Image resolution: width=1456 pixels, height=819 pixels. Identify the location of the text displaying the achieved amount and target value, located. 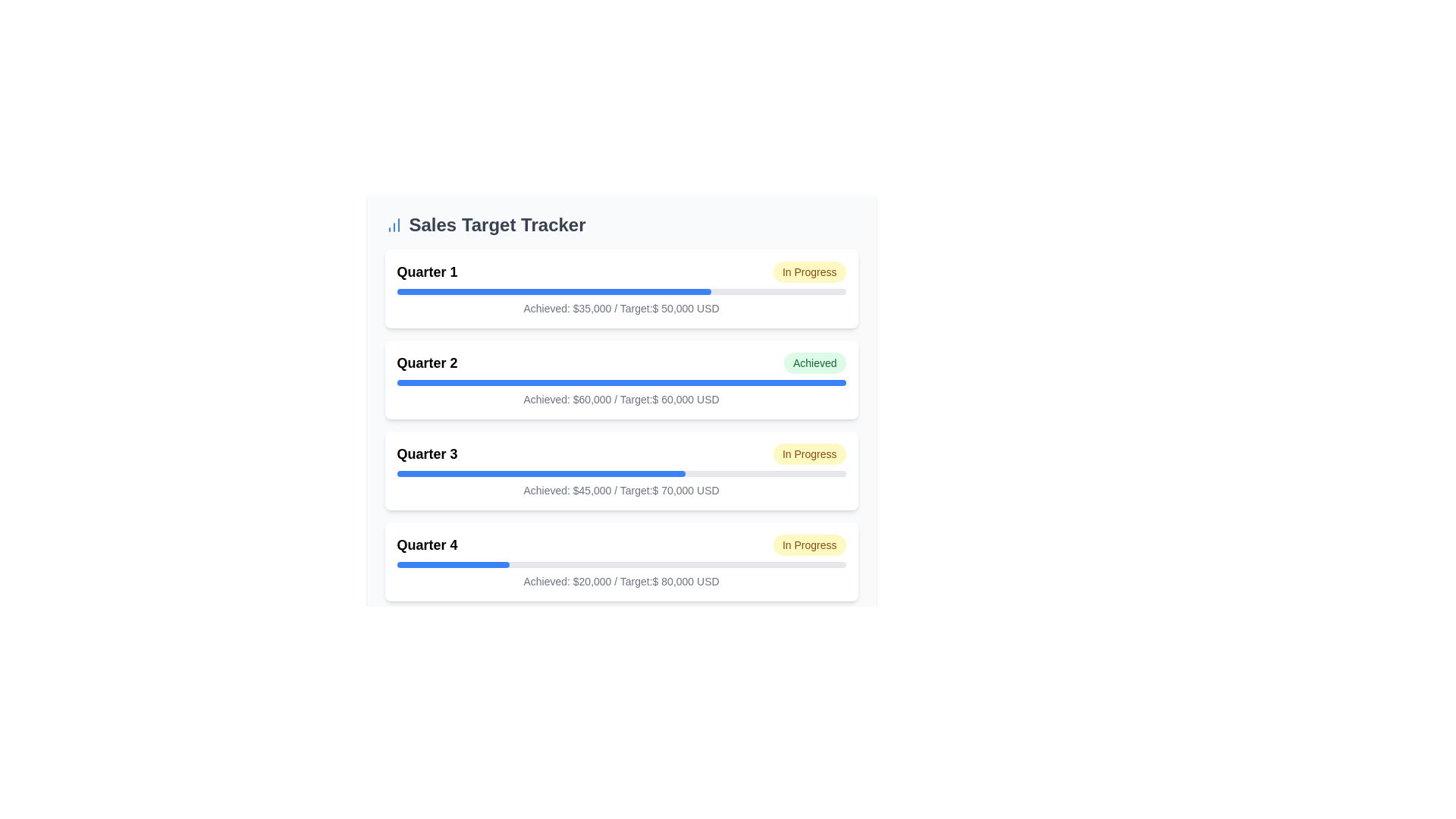
(621, 491).